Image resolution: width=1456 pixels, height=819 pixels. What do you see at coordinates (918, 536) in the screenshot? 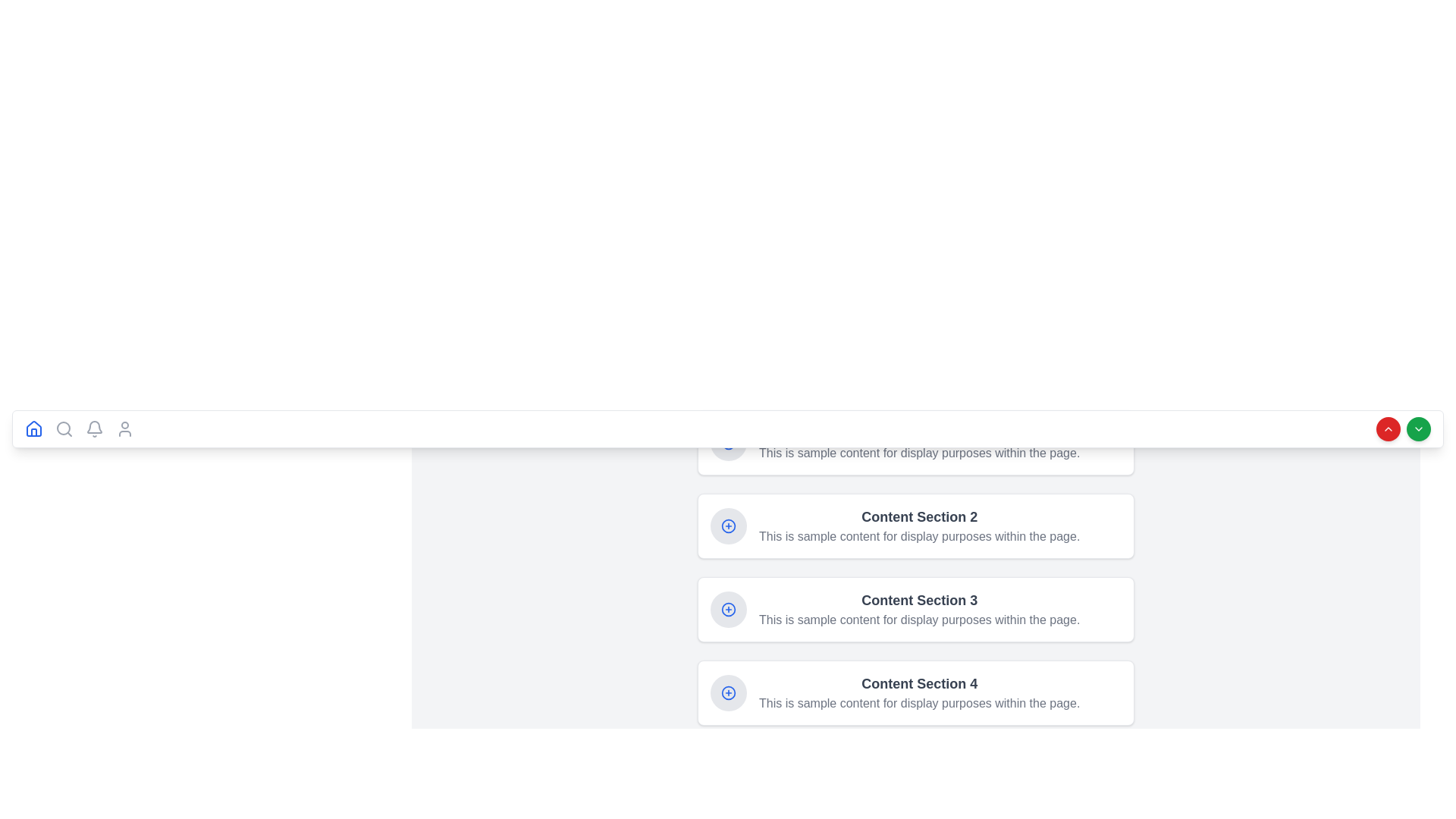
I see `the static text that provides descriptive content for 'Content Section 2', which is located immediately below the section title text in the second card-like section` at bounding box center [918, 536].